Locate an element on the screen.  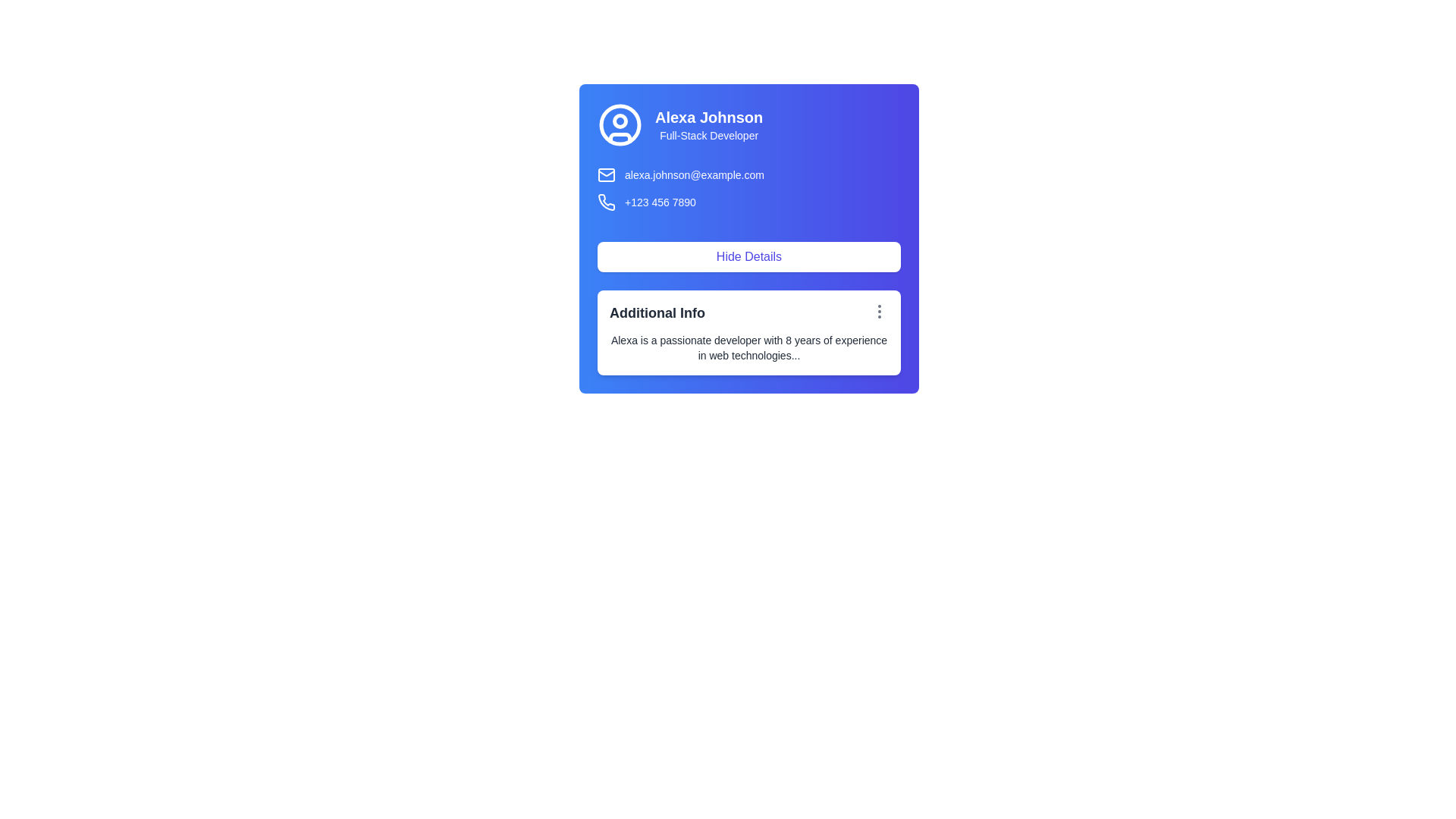
the mail icon, which is a white outline of an envelope on a blue background, located to the left of the email address 'alexa.johnson@example.com' in the contact information section of the profile card is located at coordinates (607, 174).